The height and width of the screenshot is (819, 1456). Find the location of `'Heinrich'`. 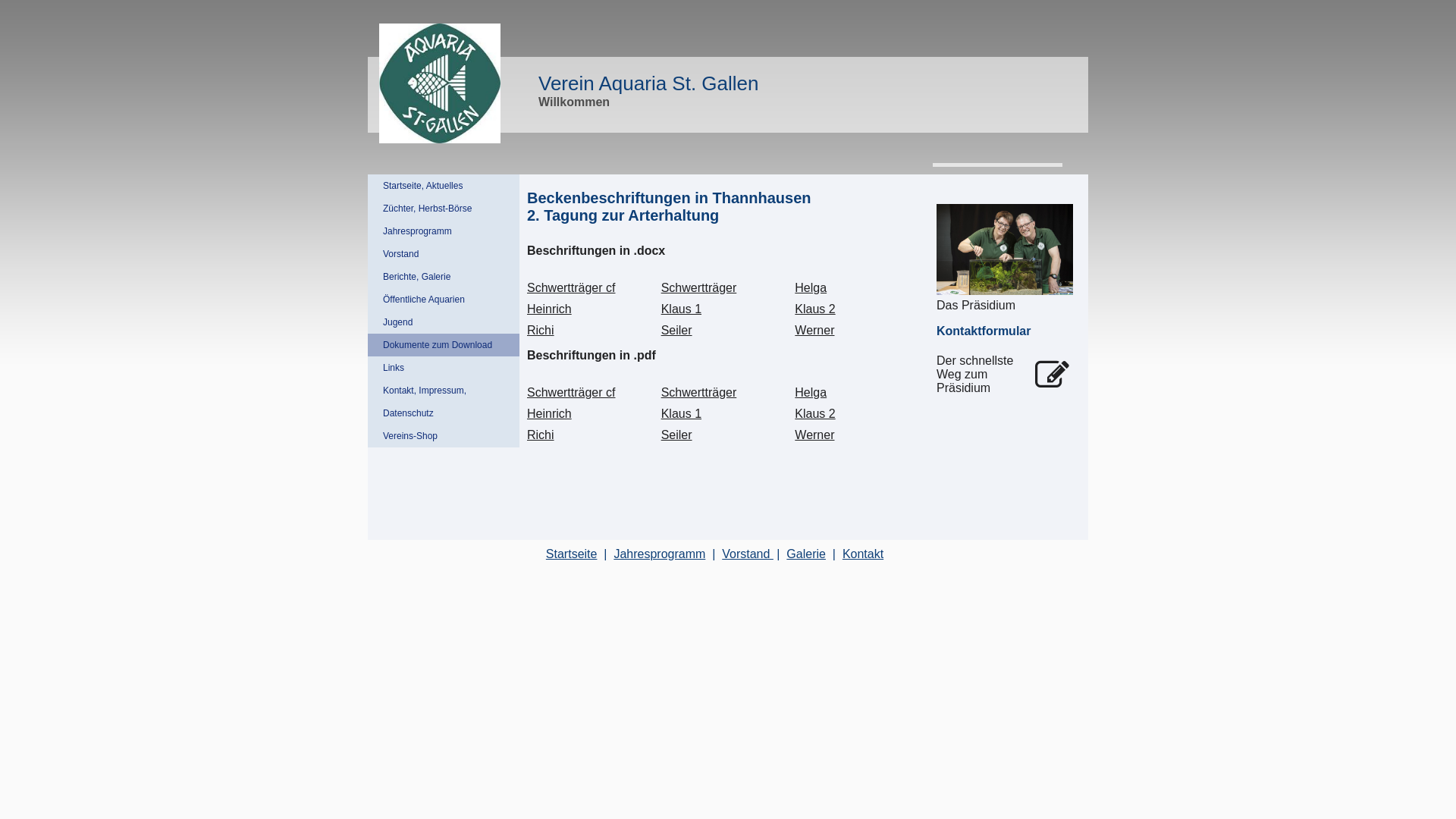

'Heinrich' is located at coordinates (548, 413).